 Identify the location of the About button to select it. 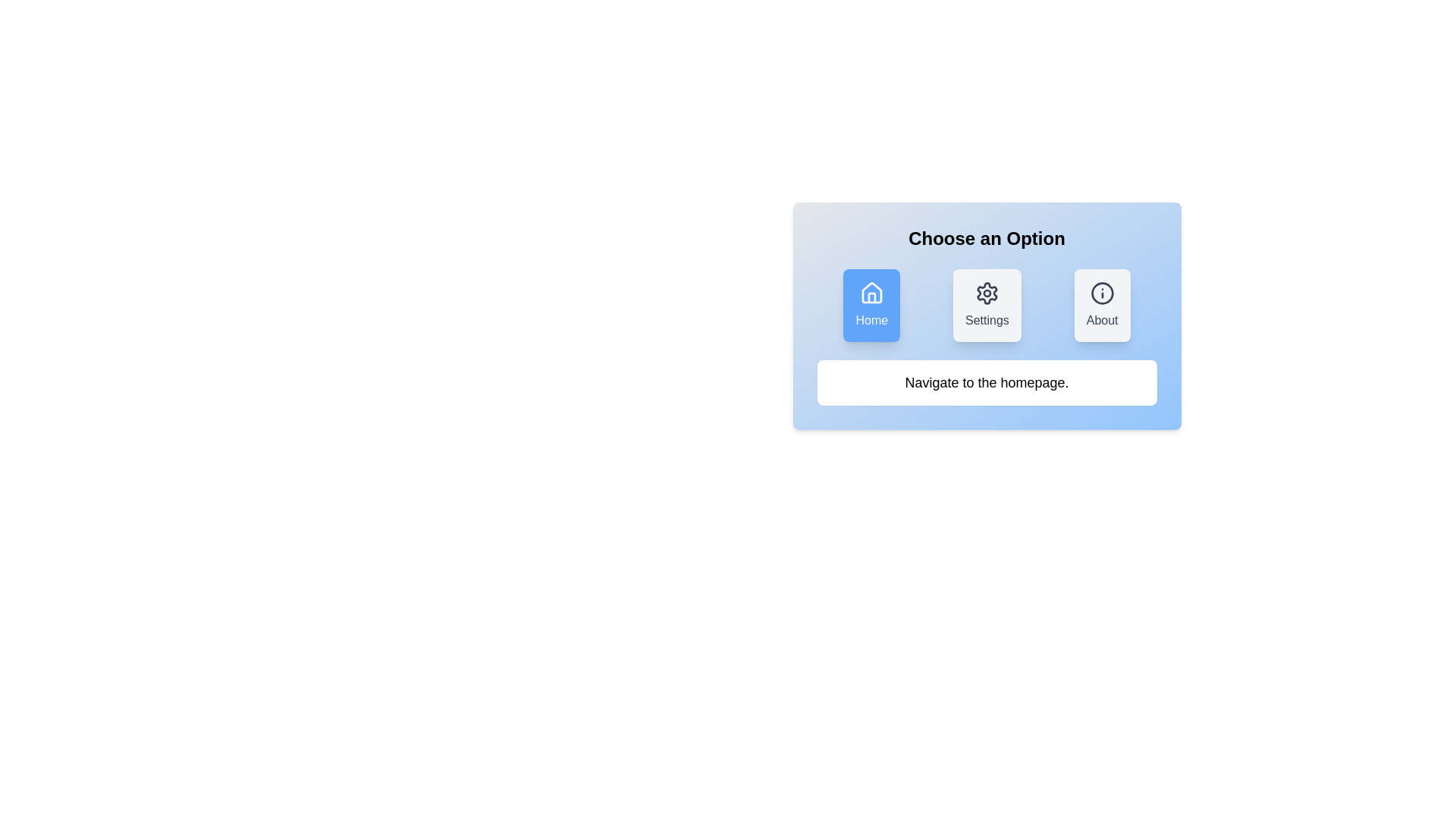
(1102, 305).